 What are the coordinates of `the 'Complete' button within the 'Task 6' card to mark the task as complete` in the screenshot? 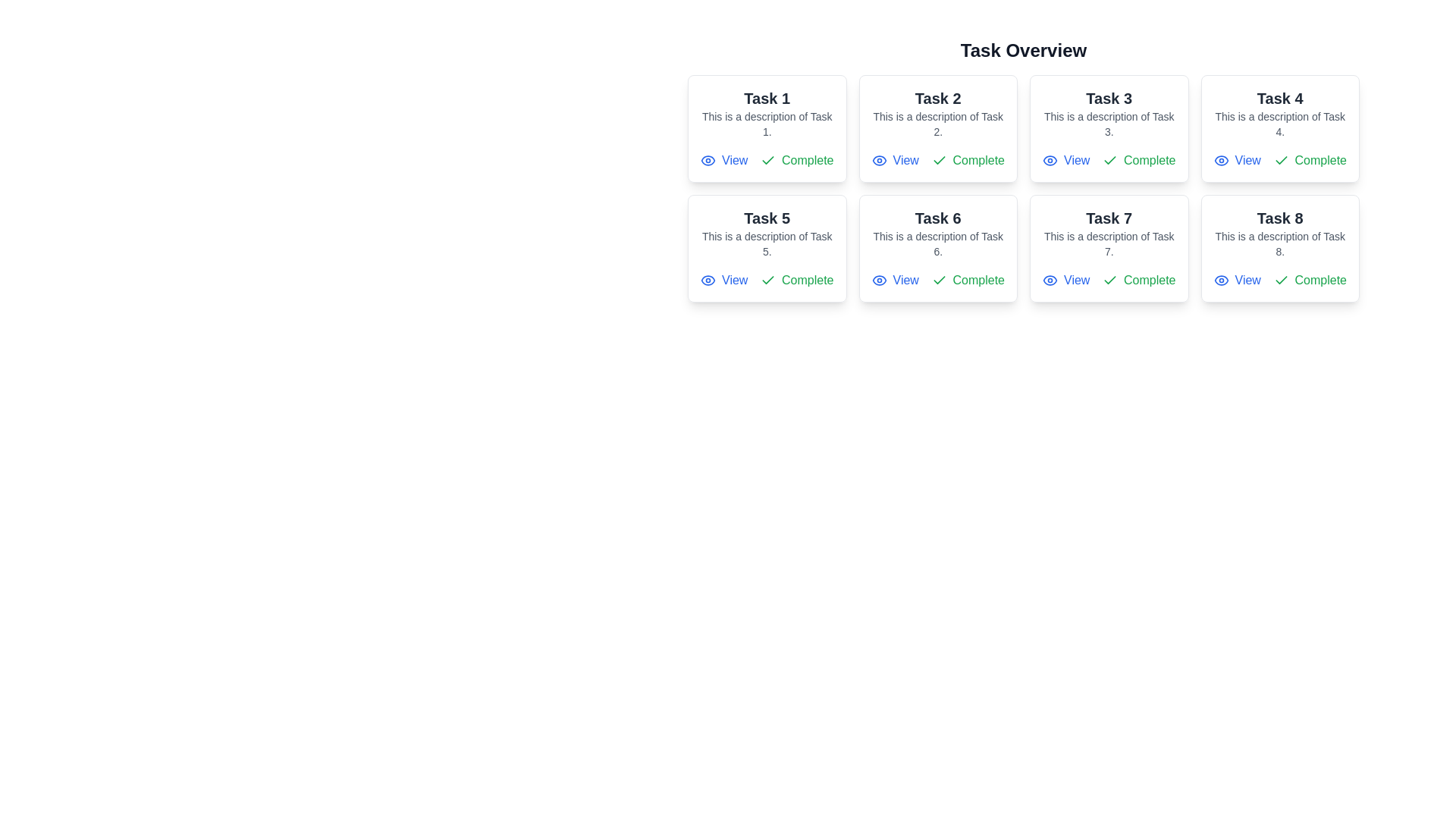 It's located at (937, 281).